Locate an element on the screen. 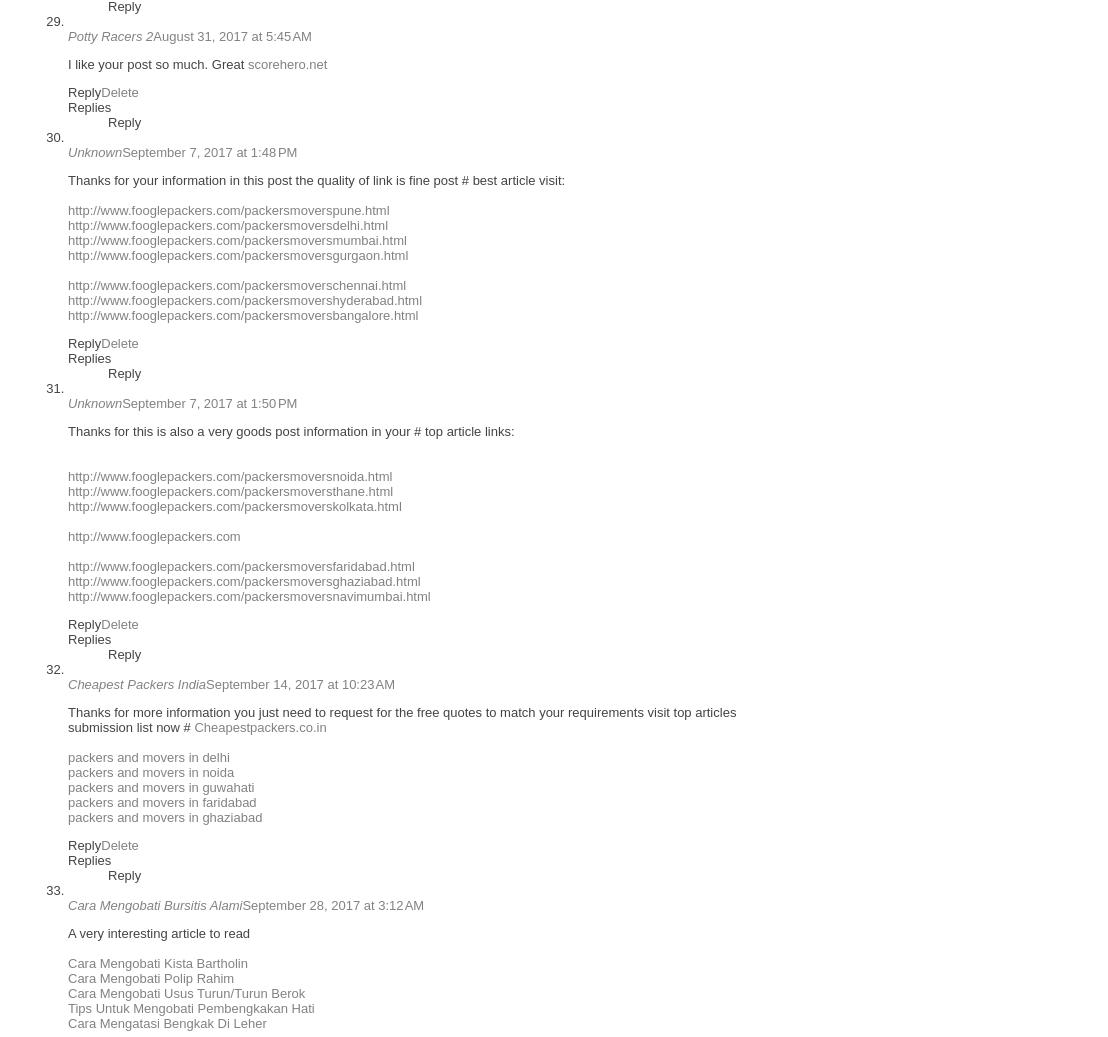  'http://www.fooglepackers.com/packersmoversmumbai.html' is located at coordinates (236, 239).